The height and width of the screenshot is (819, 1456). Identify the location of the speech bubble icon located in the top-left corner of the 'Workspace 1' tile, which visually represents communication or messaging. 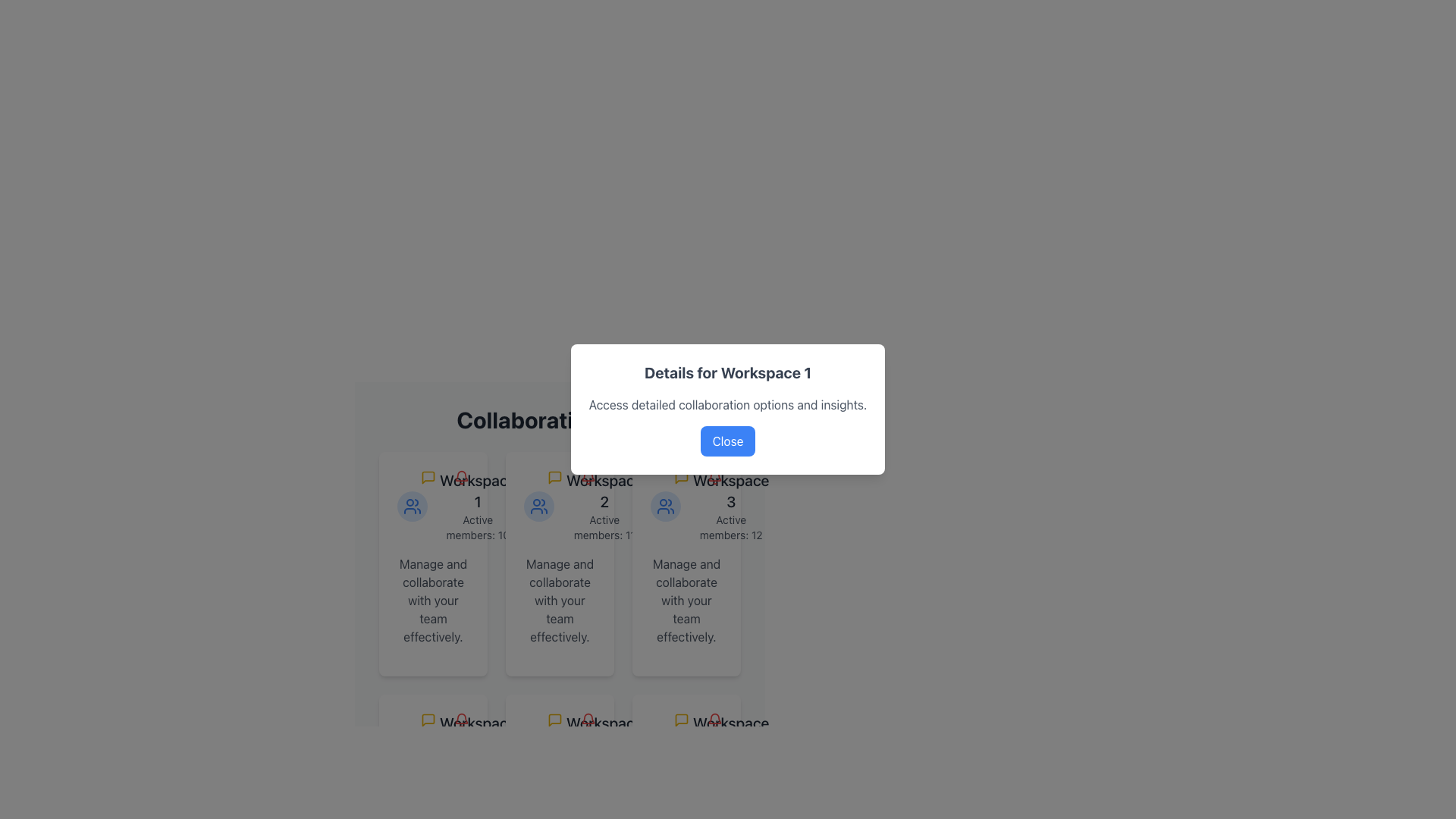
(428, 476).